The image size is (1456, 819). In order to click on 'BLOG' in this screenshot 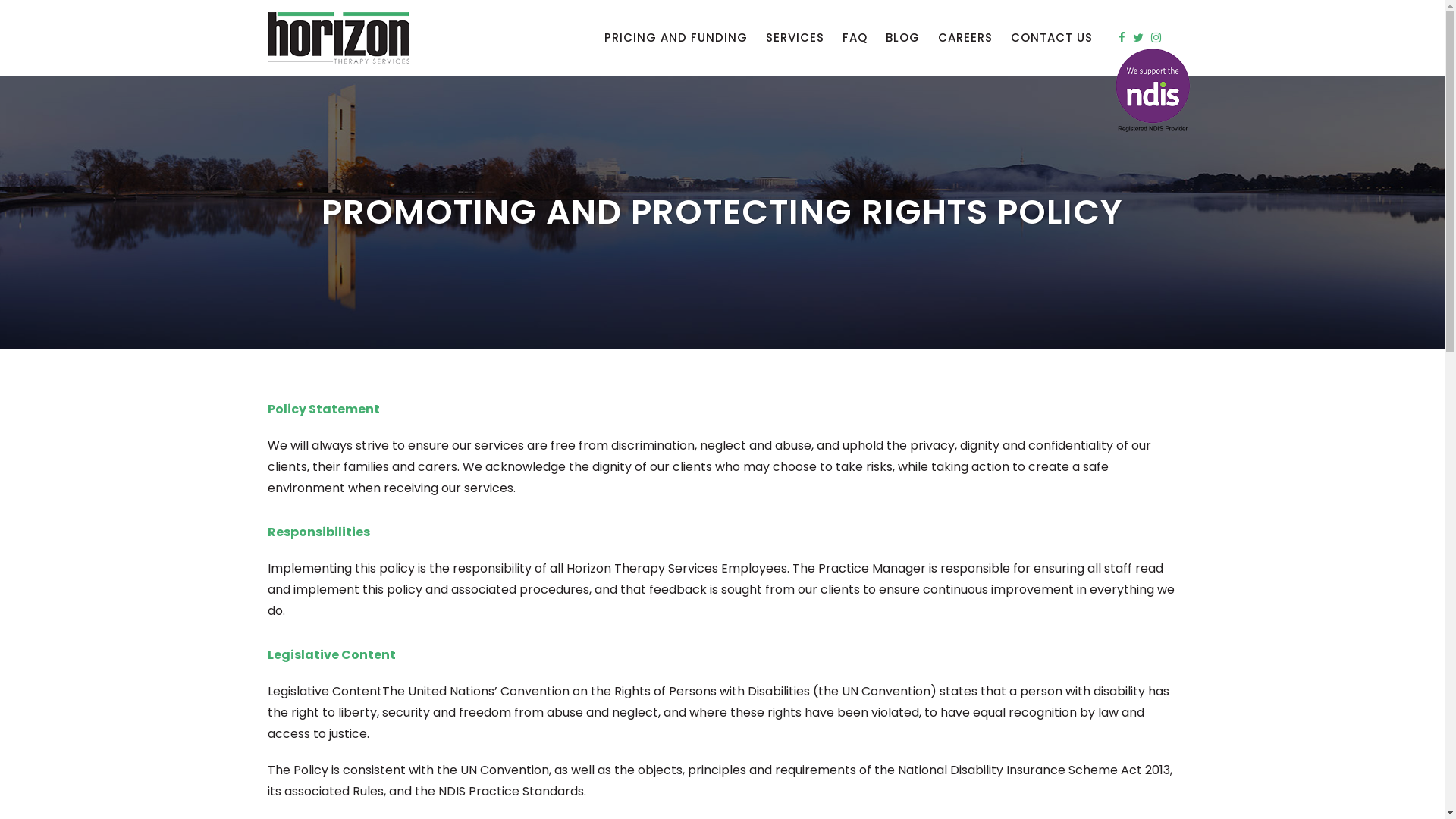, I will do `click(902, 37)`.